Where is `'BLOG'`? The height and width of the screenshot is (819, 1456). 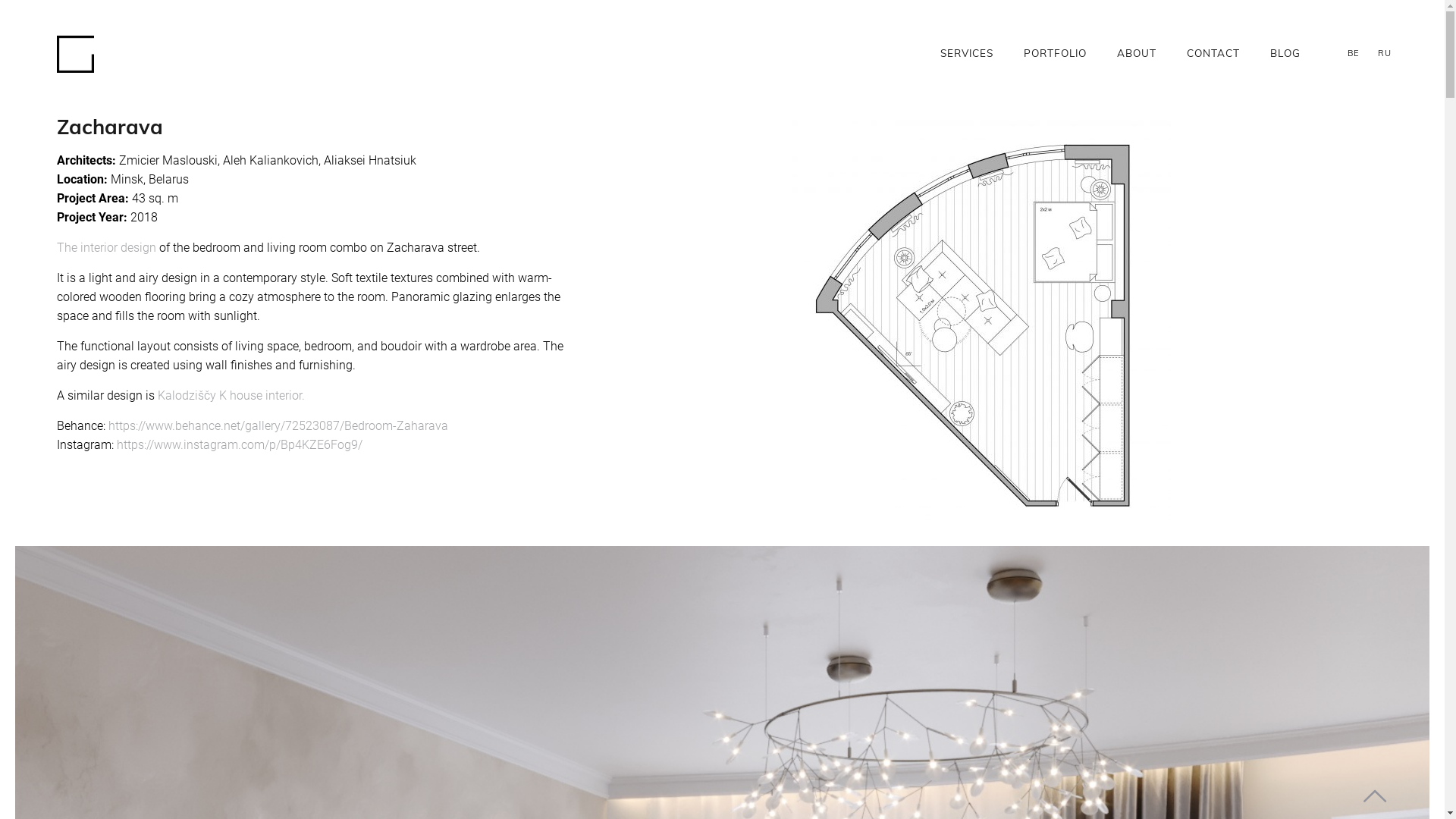 'BLOG' is located at coordinates (1284, 52).